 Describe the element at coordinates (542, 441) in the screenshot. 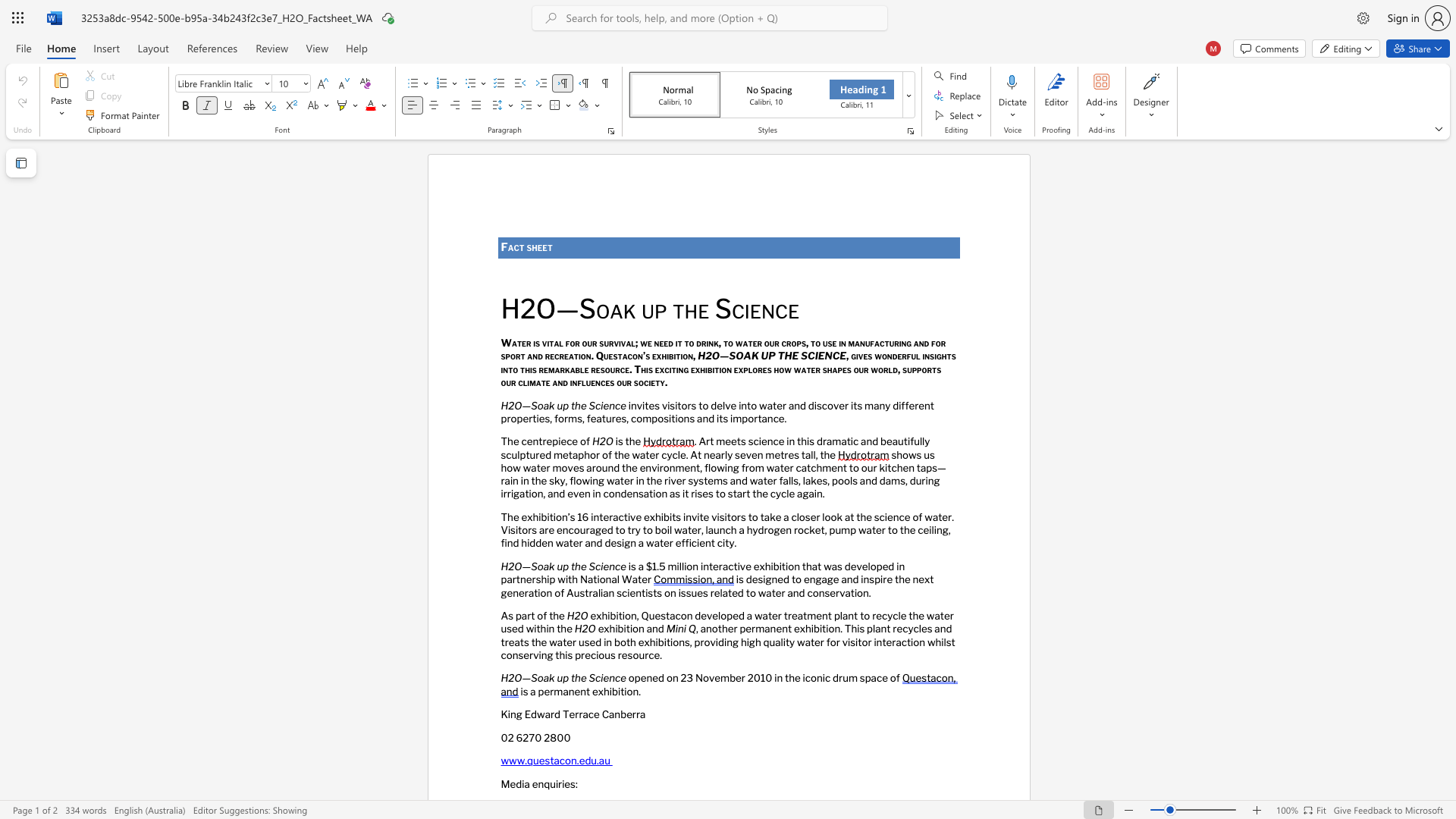

I see `the space between the continuous character "t" and "r" in the text` at that location.